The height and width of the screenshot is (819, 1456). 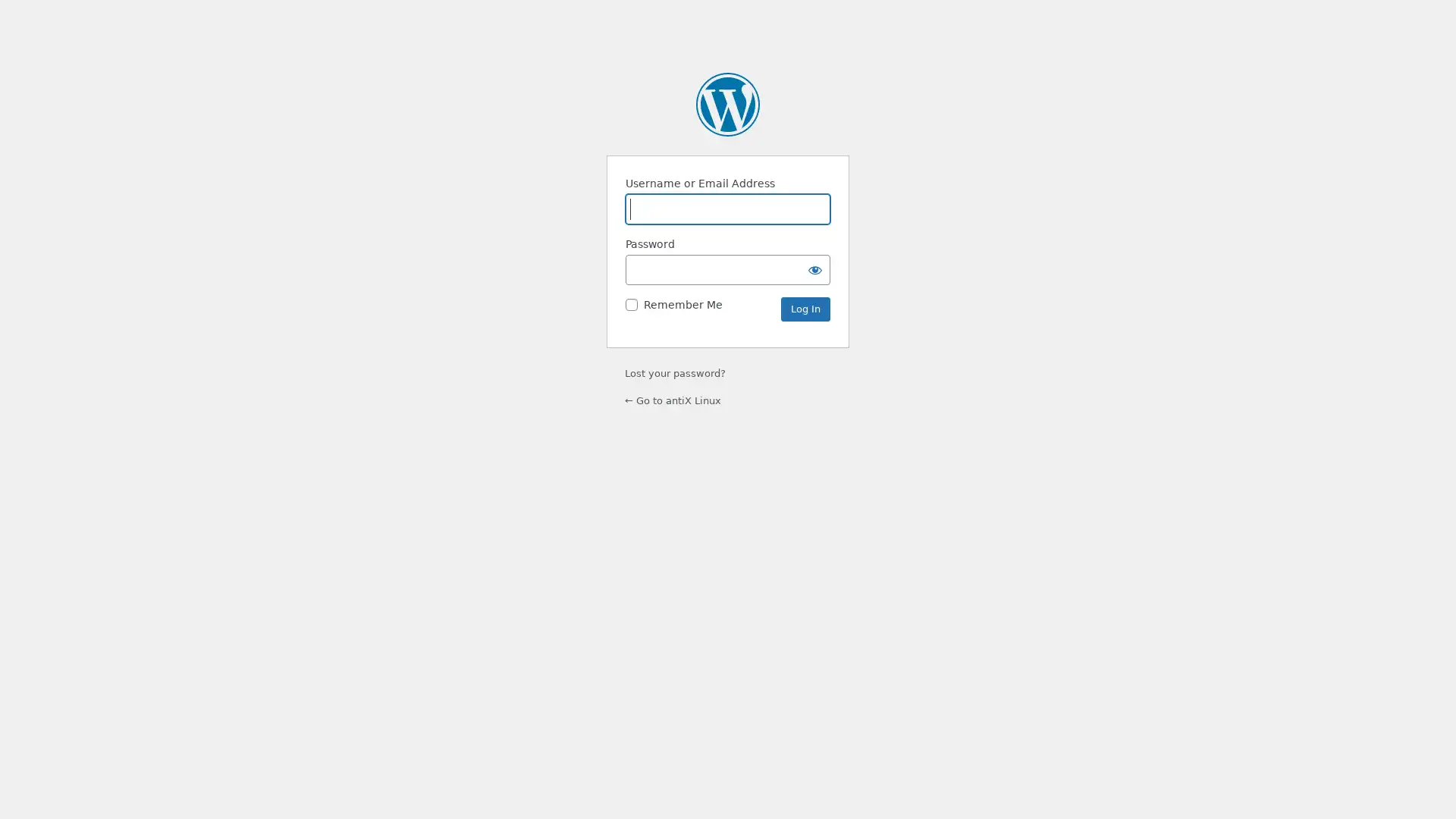 What do you see at coordinates (805, 309) in the screenshot?
I see `Log In` at bounding box center [805, 309].